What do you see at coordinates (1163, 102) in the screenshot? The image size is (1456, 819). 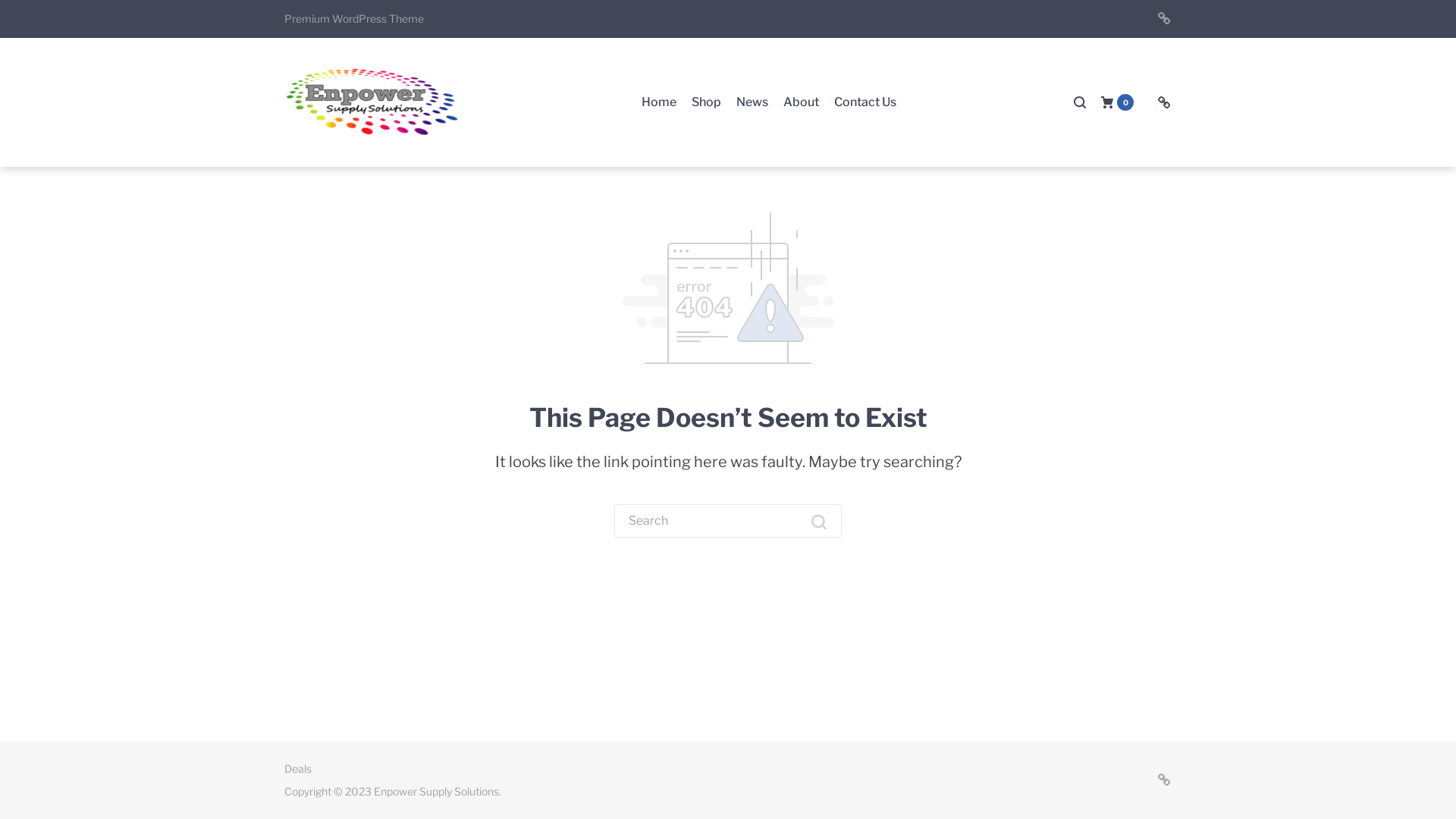 I see `'Deals'` at bounding box center [1163, 102].